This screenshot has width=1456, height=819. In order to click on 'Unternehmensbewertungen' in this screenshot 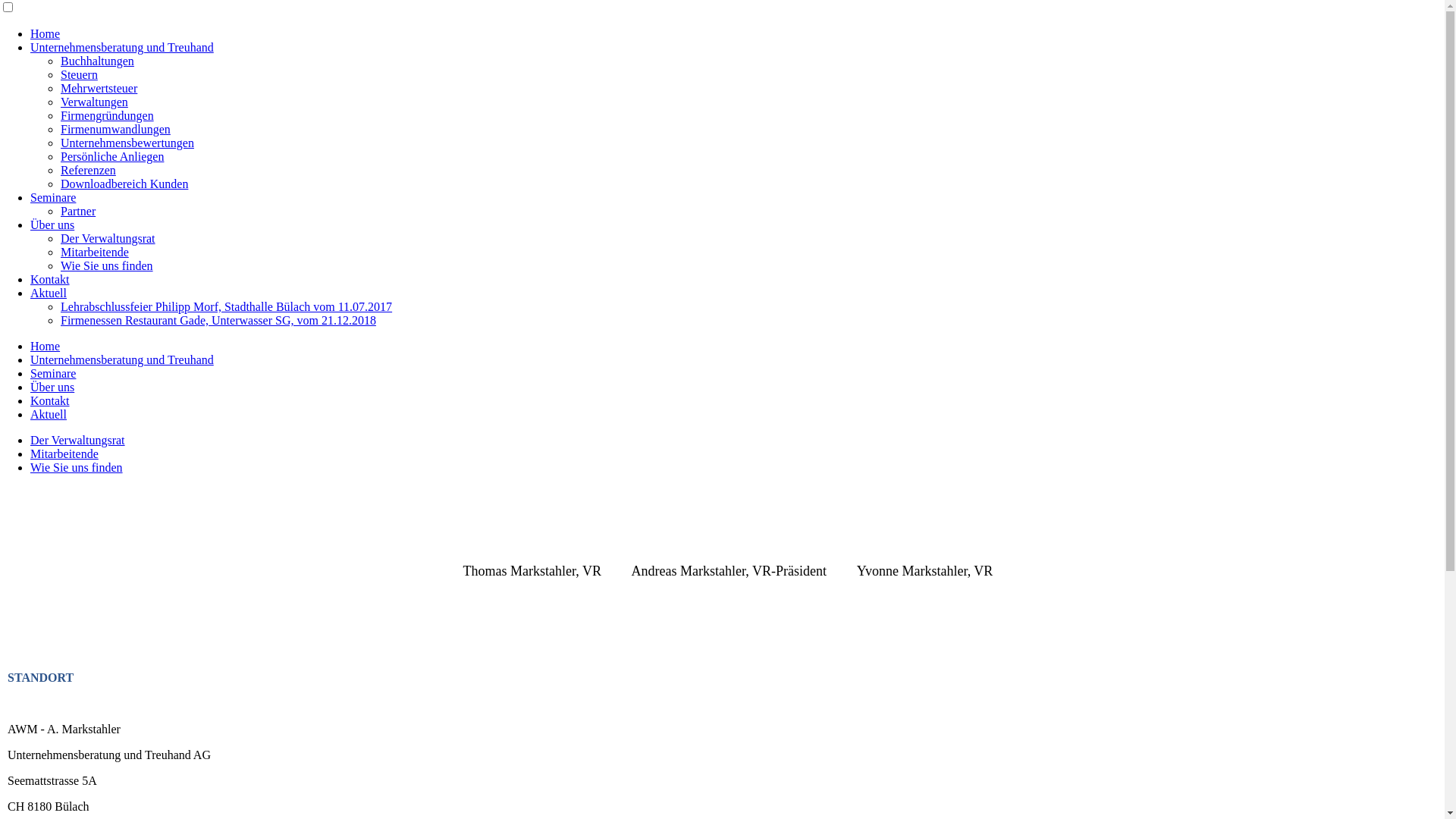, I will do `click(127, 143)`.